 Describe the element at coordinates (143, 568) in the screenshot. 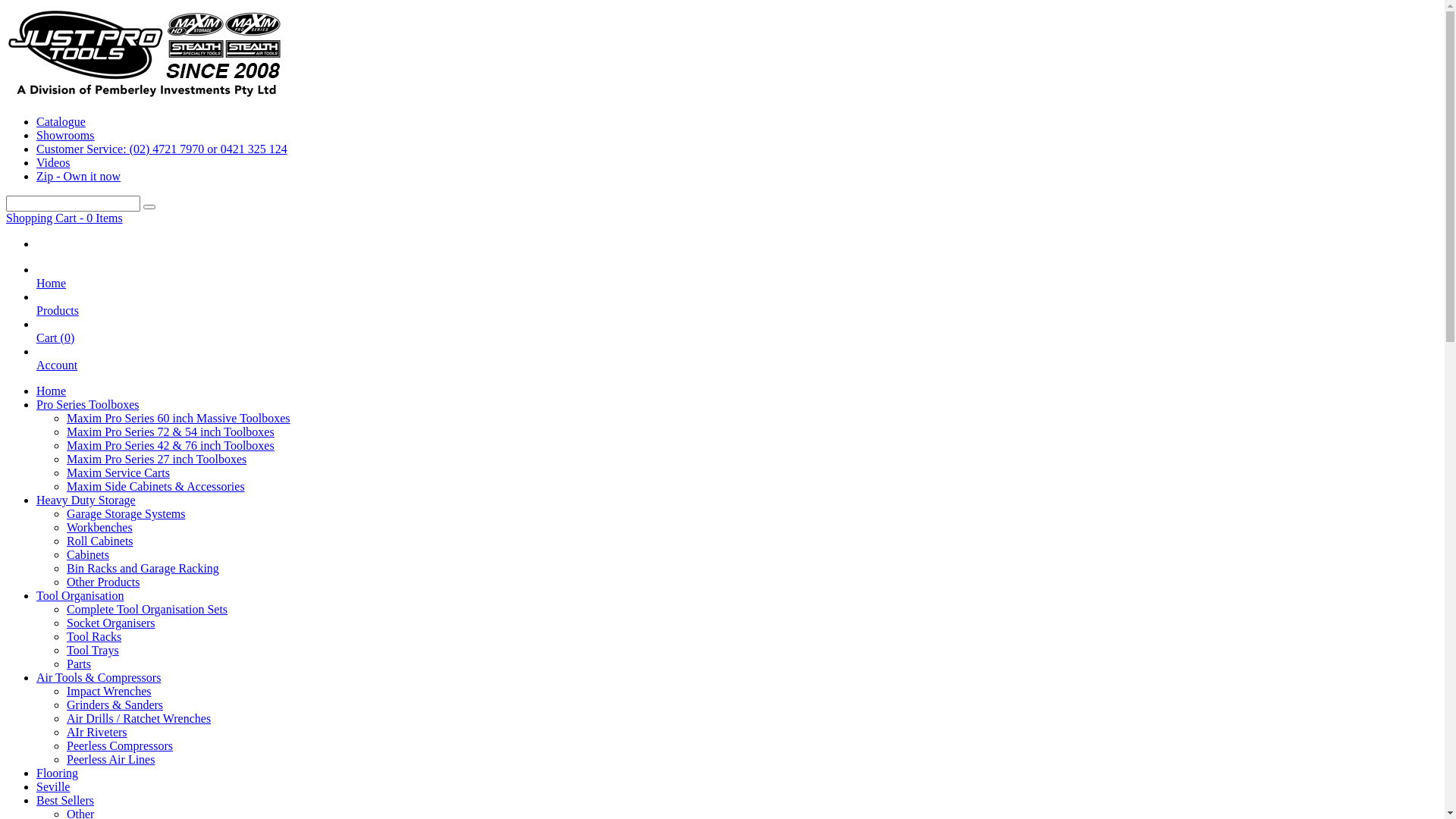

I see `'Bin Racks and Garage Racking'` at that location.